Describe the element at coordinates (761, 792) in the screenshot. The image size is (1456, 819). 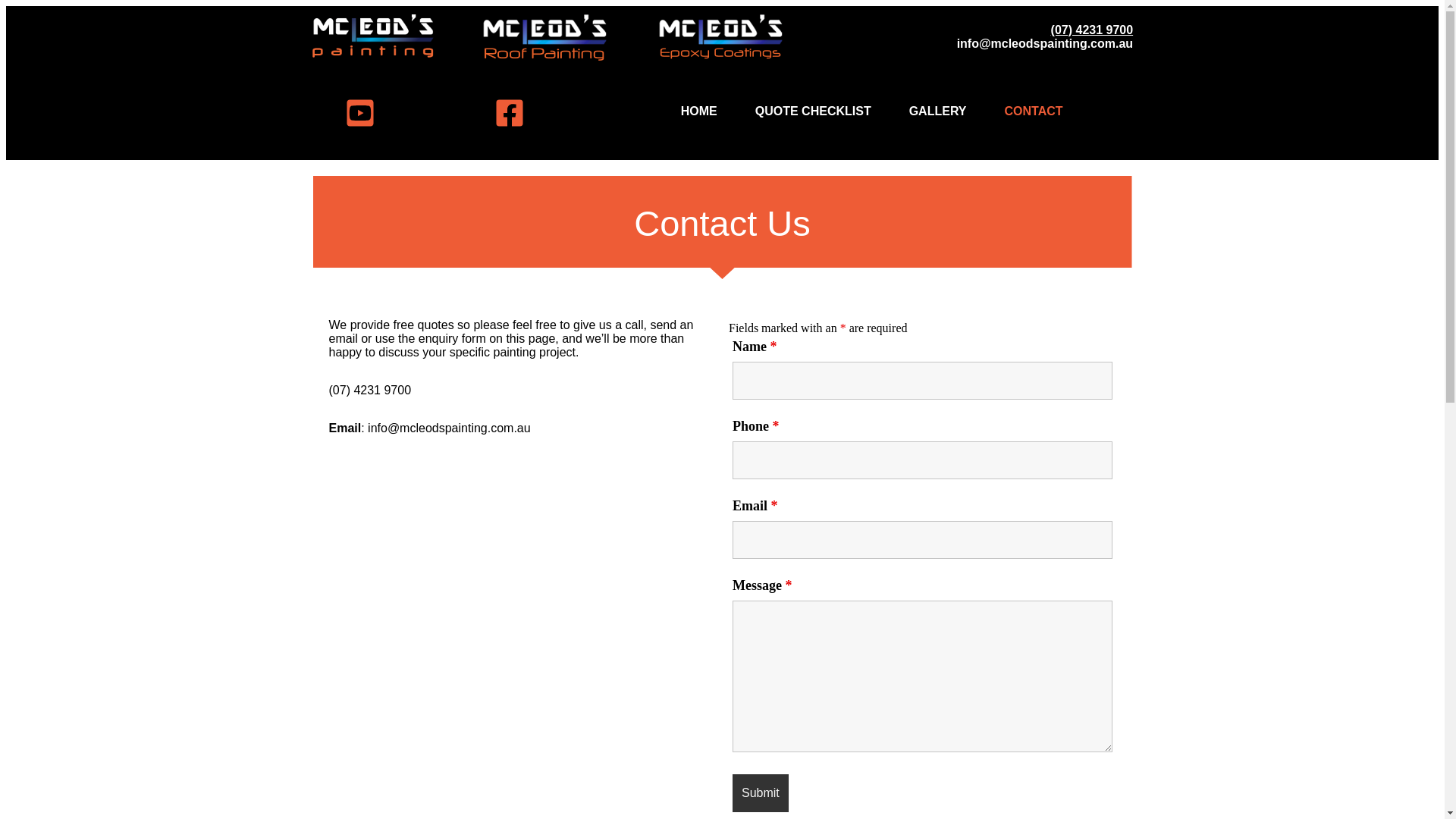
I see `'Submit'` at that location.